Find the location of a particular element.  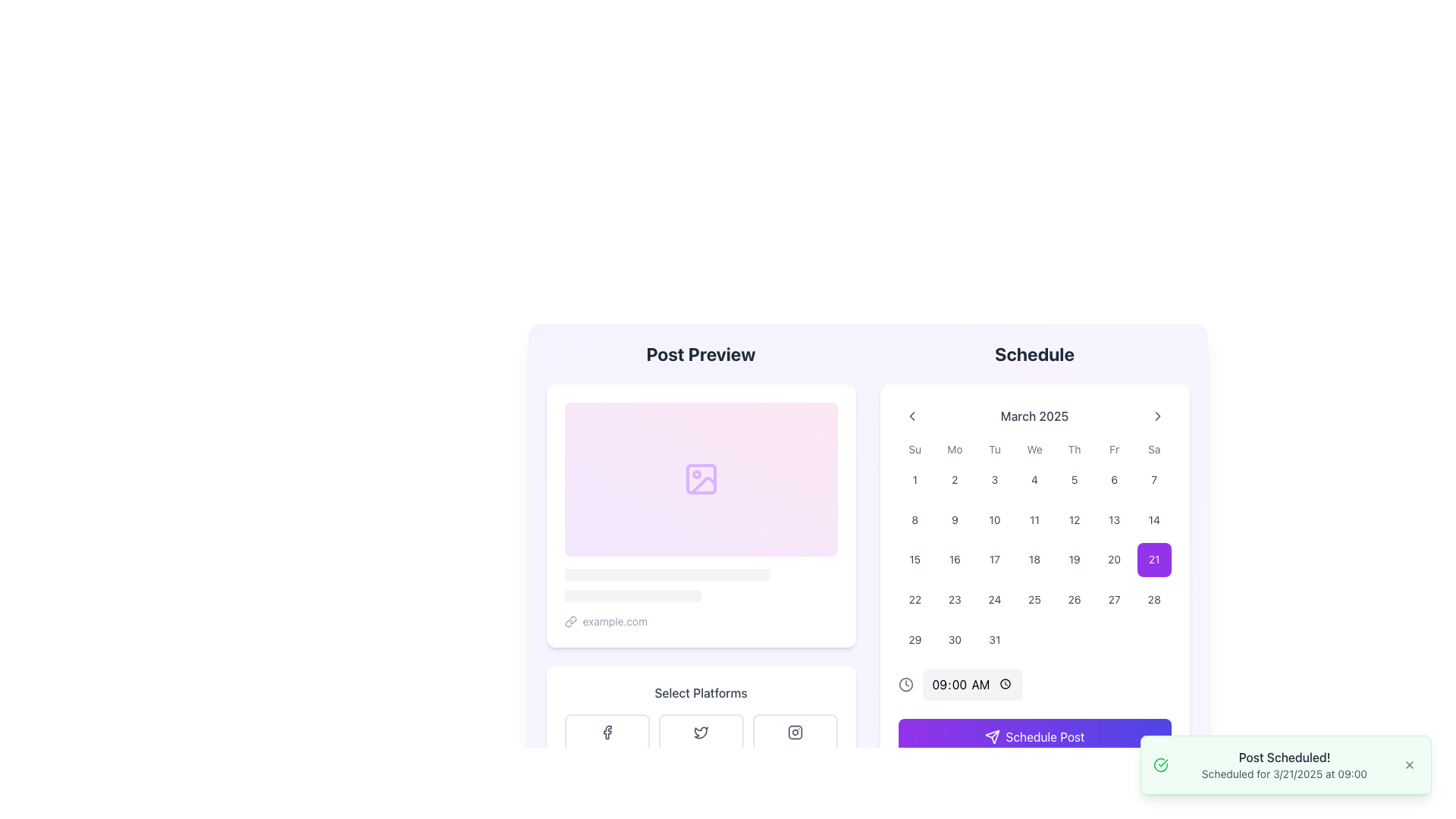

the right-facing chevron icon located in the top-right corner of the calendar header is located at coordinates (1156, 416).